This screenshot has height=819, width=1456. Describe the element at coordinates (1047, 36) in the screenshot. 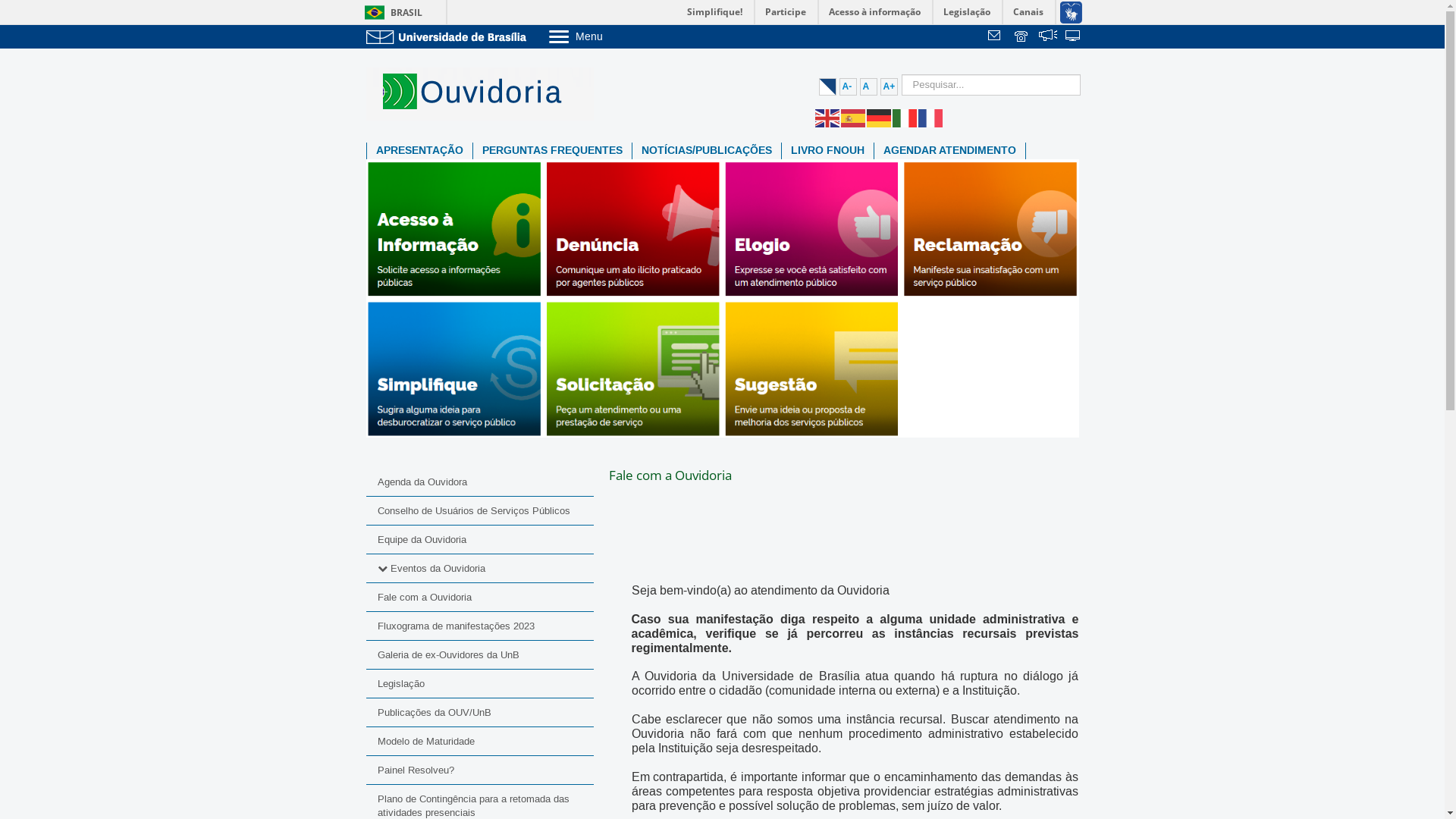

I see `' '` at that location.